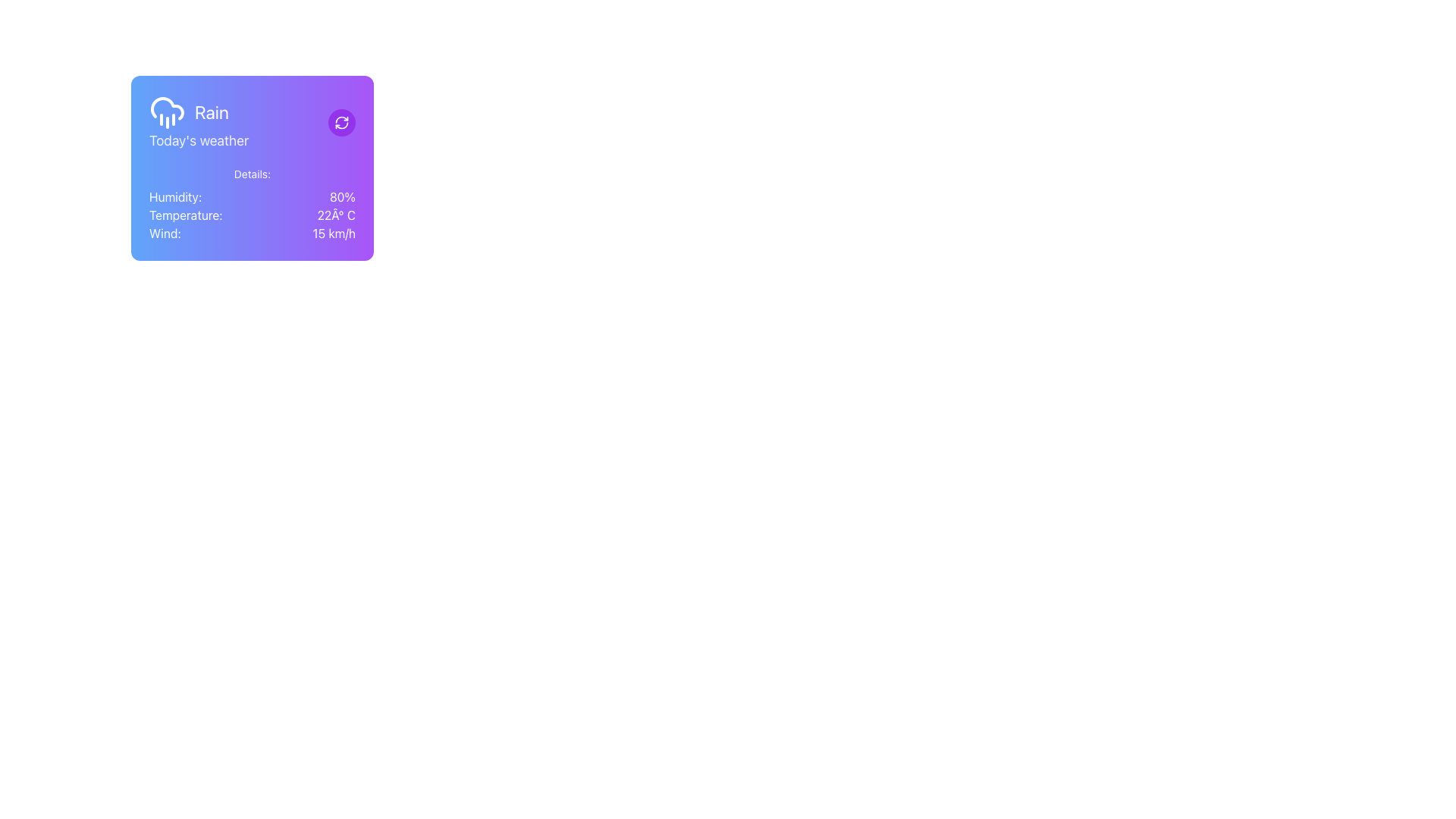 The image size is (1456, 819). I want to click on the purple circular icon button located at the top-right corner of the weather information card to refresh the weather data, so click(341, 122).